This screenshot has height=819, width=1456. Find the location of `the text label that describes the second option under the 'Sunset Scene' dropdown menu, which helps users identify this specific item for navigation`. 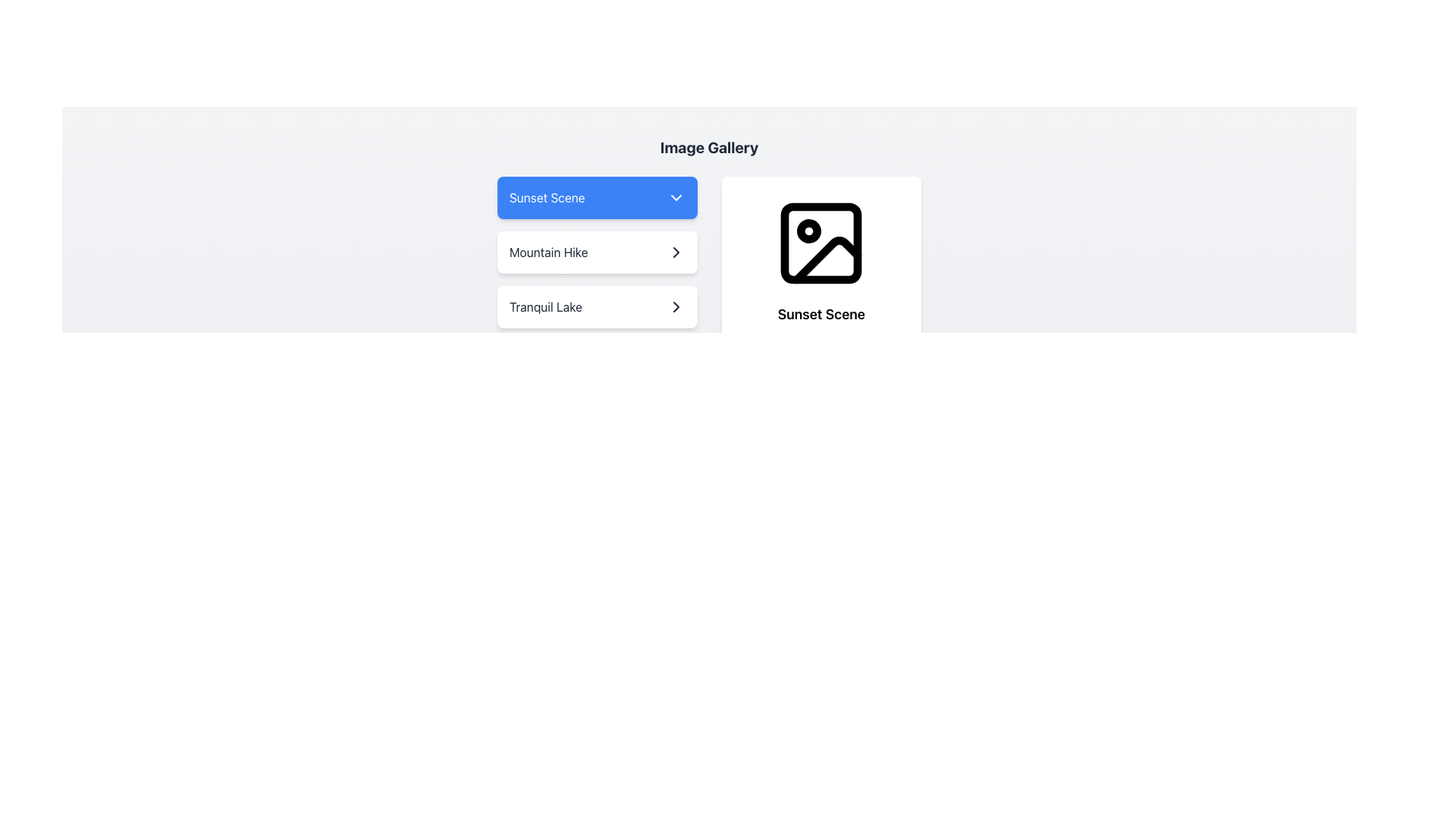

the text label that describes the second option under the 'Sunset Scene' dropdown menu, which helps users identify this specific item for navigation is located at coordinates (548, 251).